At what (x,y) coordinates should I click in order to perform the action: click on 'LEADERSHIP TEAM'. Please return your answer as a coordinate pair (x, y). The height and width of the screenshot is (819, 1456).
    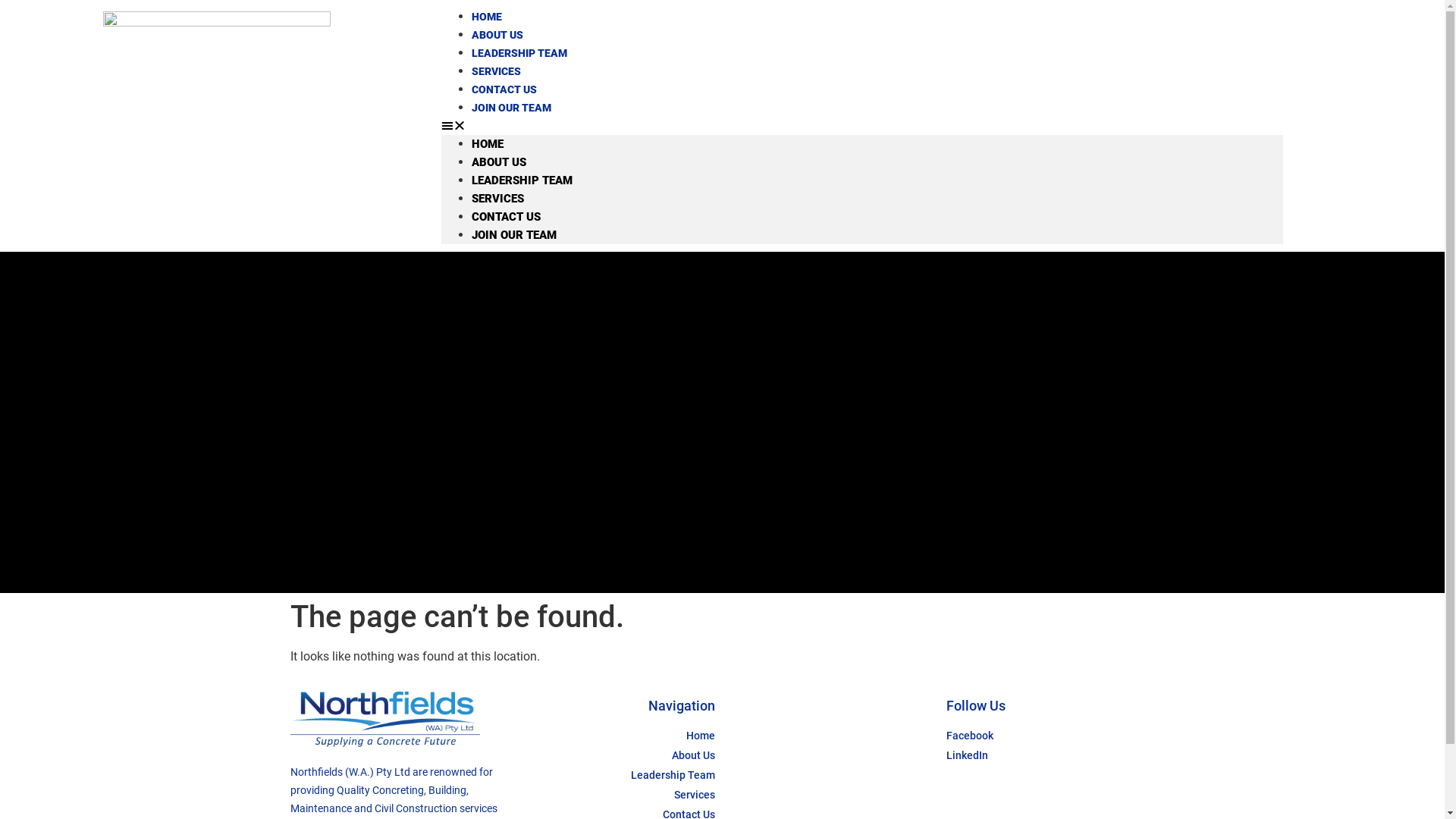
    Looking at the image, I should click on (519, 52).